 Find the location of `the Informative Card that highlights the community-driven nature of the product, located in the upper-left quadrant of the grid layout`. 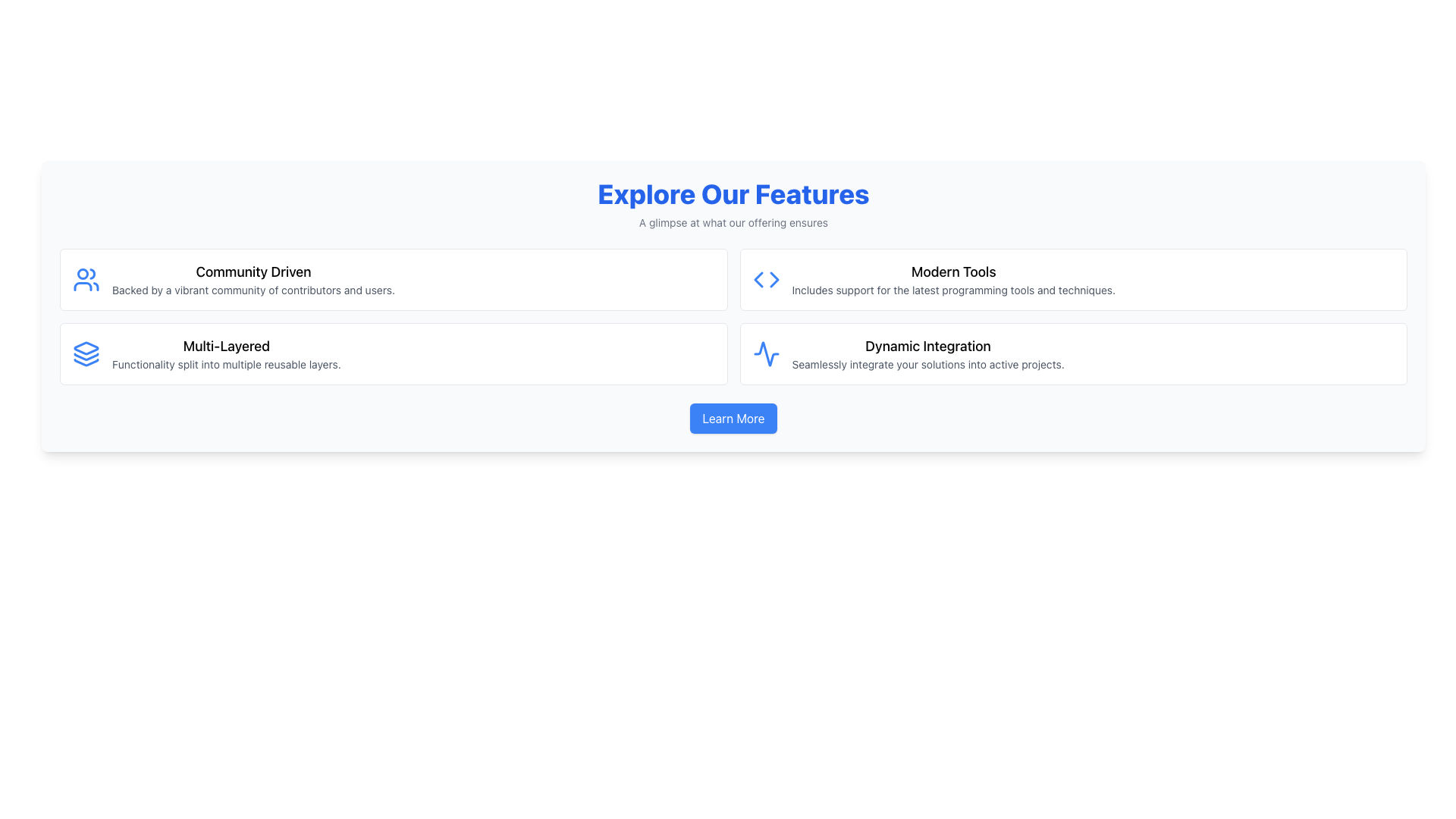

the Informative Card that highlights the community-driven nature of the product, located in the upper-left quadrant of the grid layout is located at coordinates (394, 280).